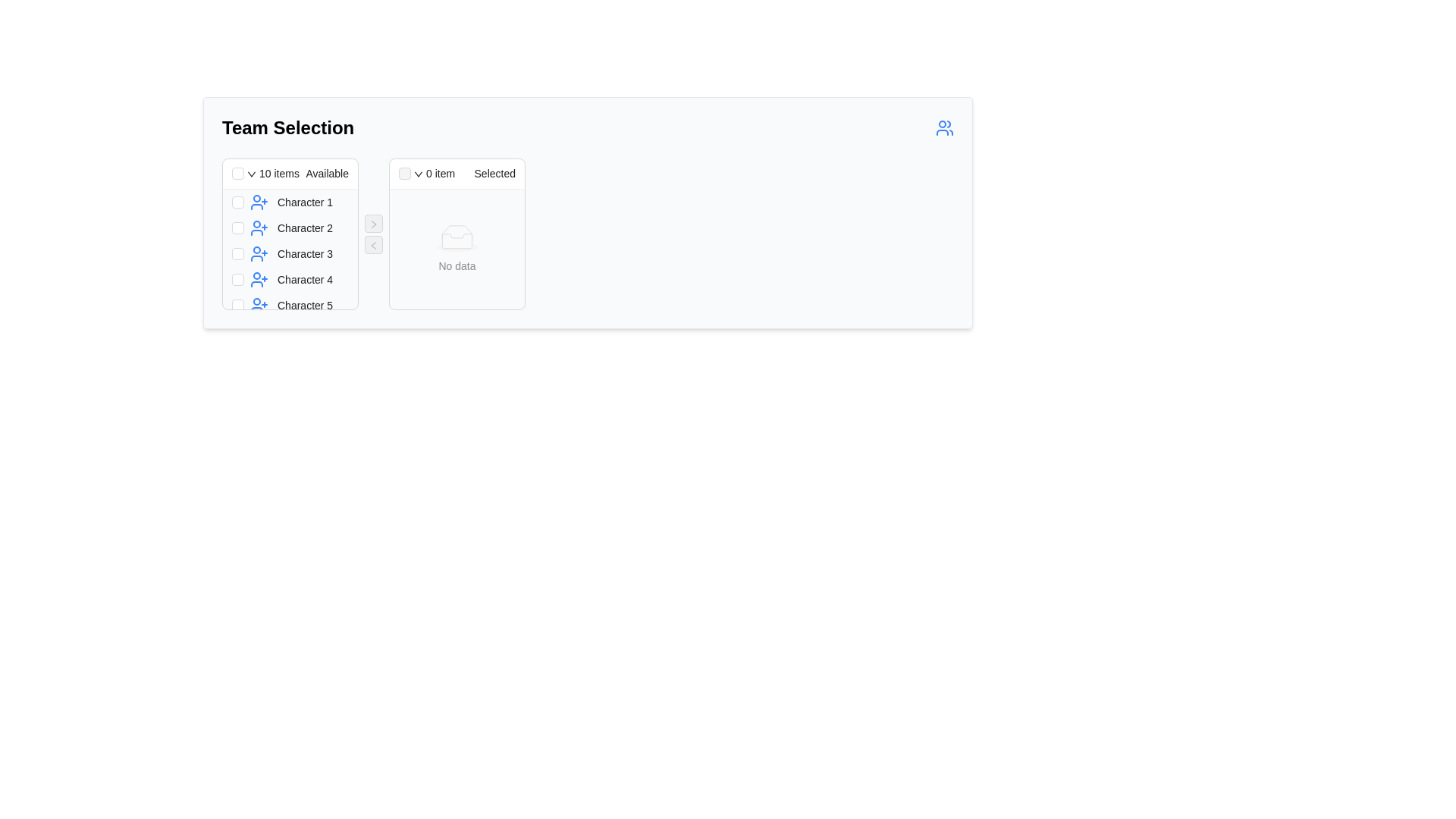  What do you see at coordinates (299, 305) in the screenshot?
I see `to select the list item displaying 'Character 5' with a user icon and a plus sign, styled in blue, located in the left-hand panel of the interface` at bounding box center [299, 305].